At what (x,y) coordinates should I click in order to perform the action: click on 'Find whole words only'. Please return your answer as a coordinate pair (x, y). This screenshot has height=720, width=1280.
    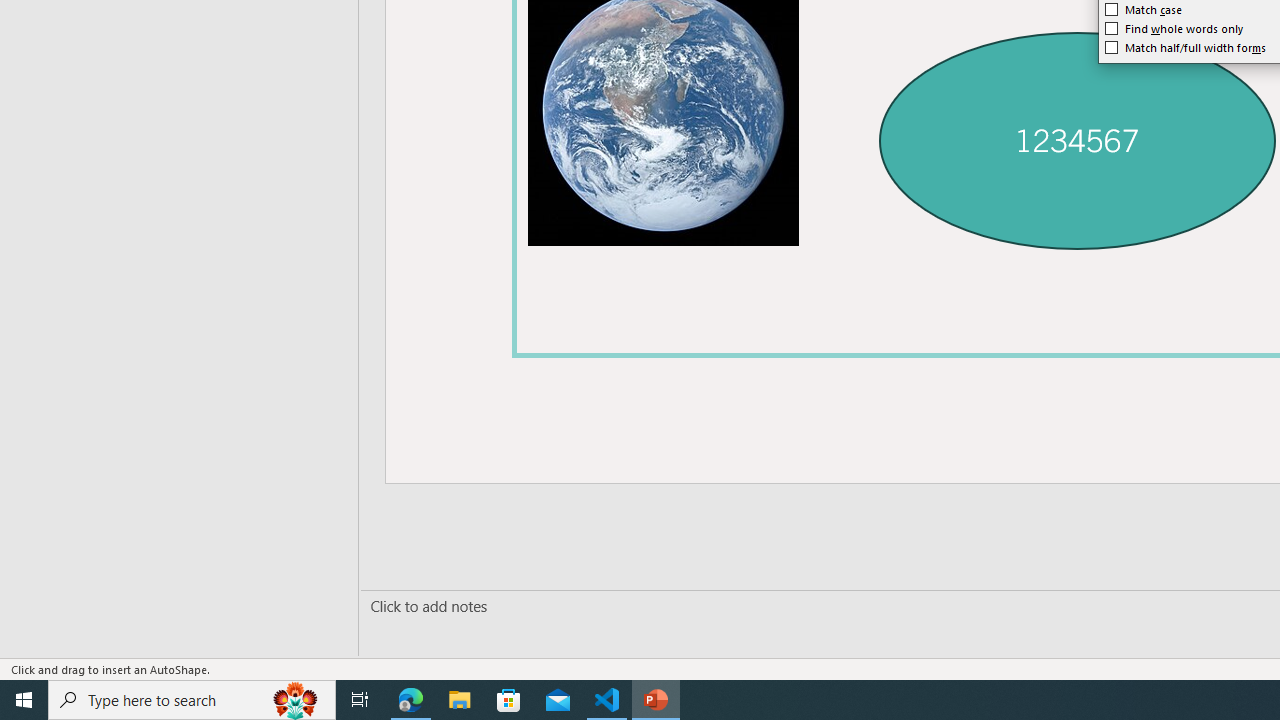
    Looking at the image, I should click on (1175, 28).